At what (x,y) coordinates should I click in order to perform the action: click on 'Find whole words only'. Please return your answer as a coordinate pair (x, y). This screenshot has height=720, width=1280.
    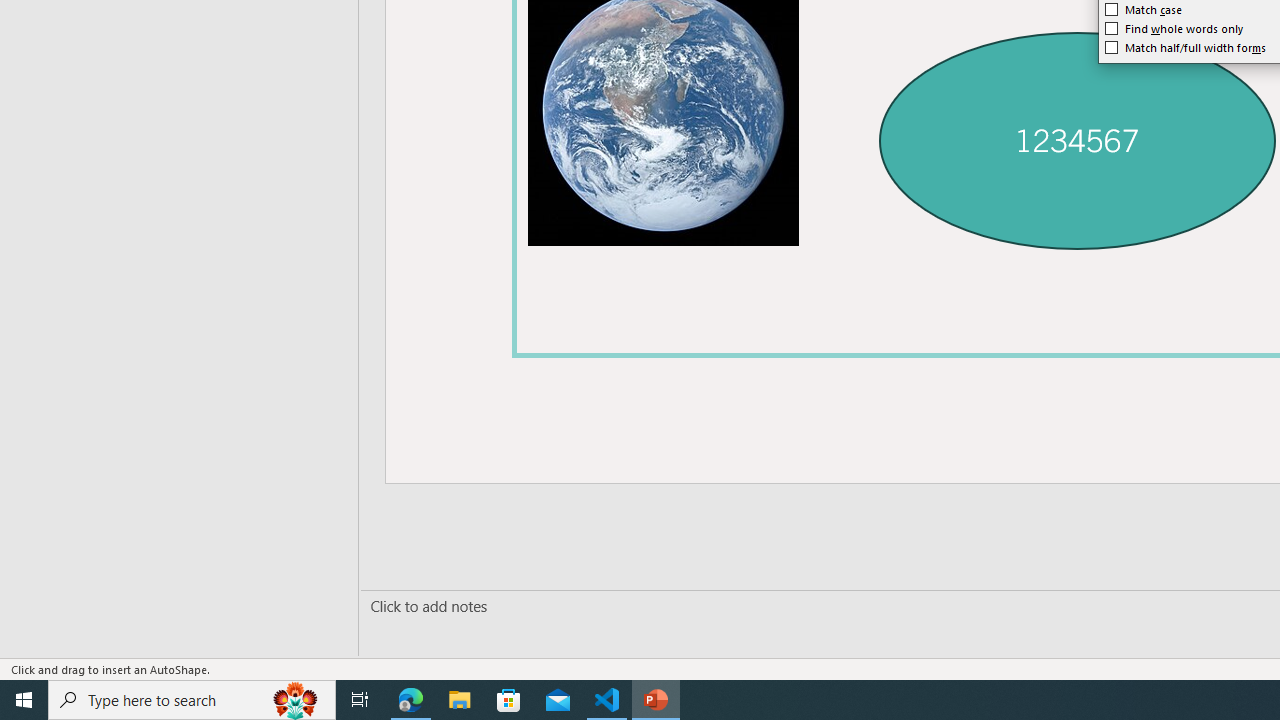
    Looking at the image, I should click on (1175, 28).